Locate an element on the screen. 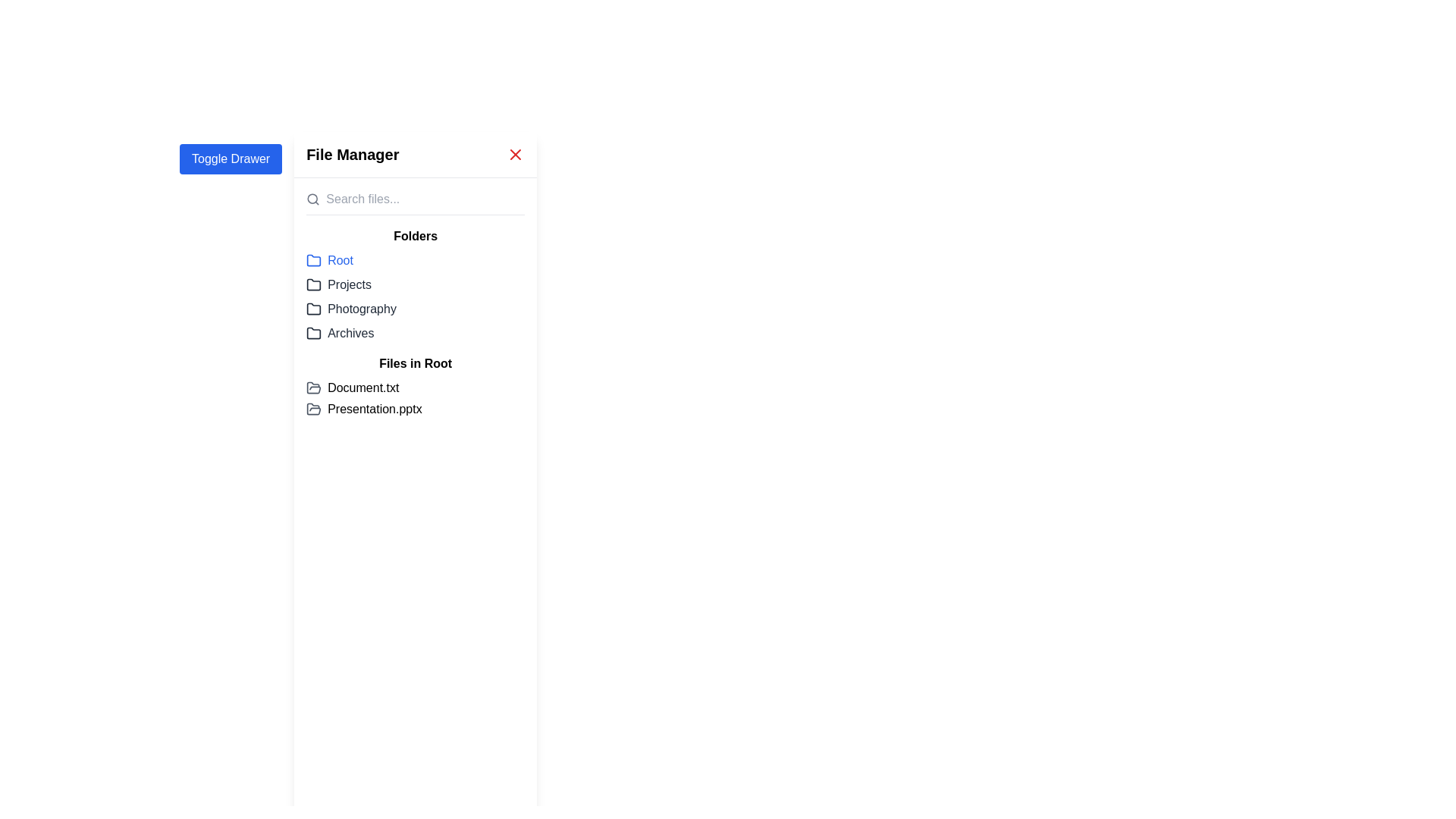 The image size is (1456, 819). on the text label 'Presentation.pptx' which is the second item in the 'Files in Root' section of the 'File Manager', accompanied by a gray-colored open folder icon is located at coordinates (415, 409).